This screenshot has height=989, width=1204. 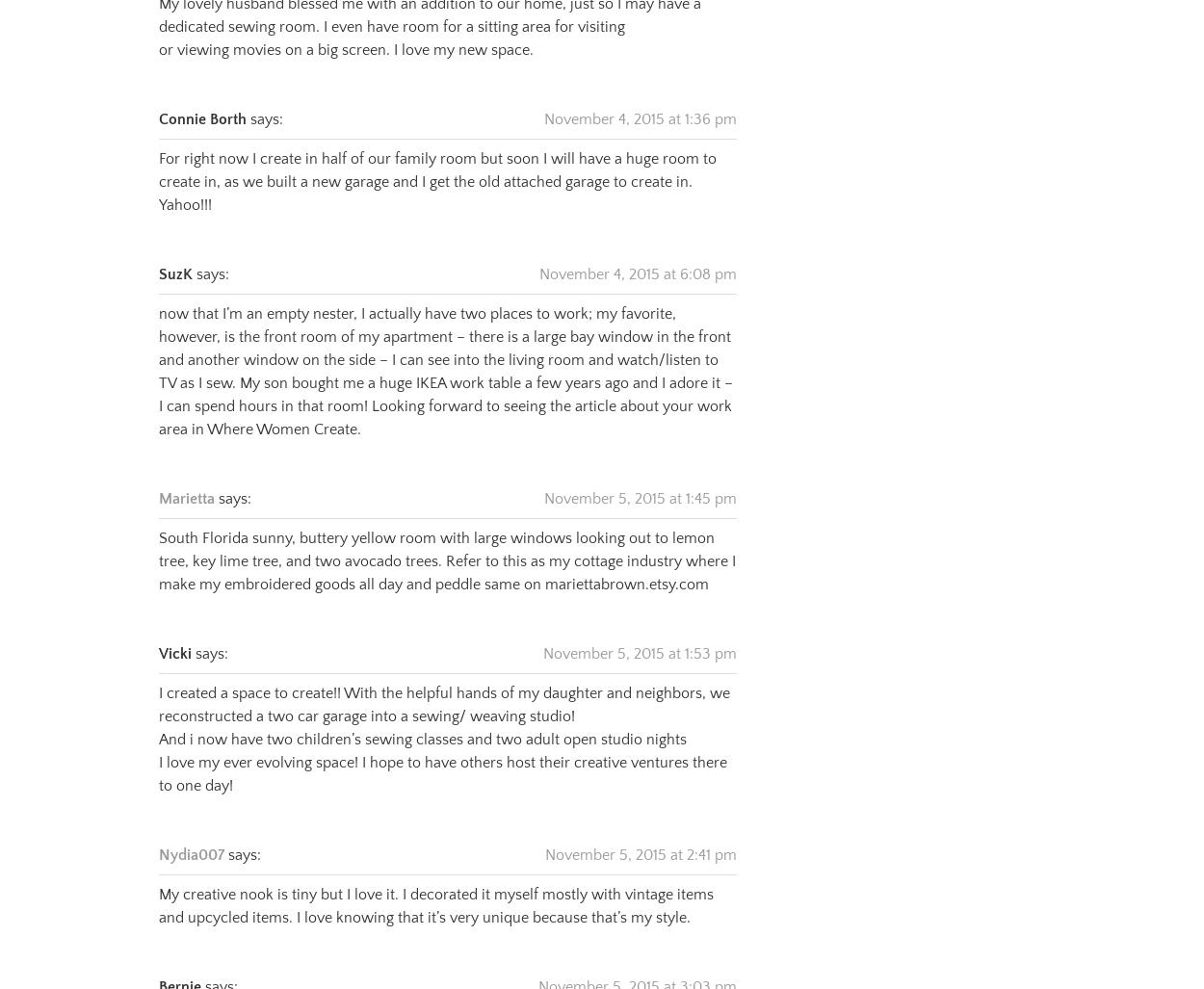 What do you see at coordinates (443, 680) in the screenshot?
I see `'I created a space to create!! With the helpful hands of my daughter and neighbors, we reconstructed a two car garage into a sewing/ weaving studio!'` at bounding box center [443, 680].